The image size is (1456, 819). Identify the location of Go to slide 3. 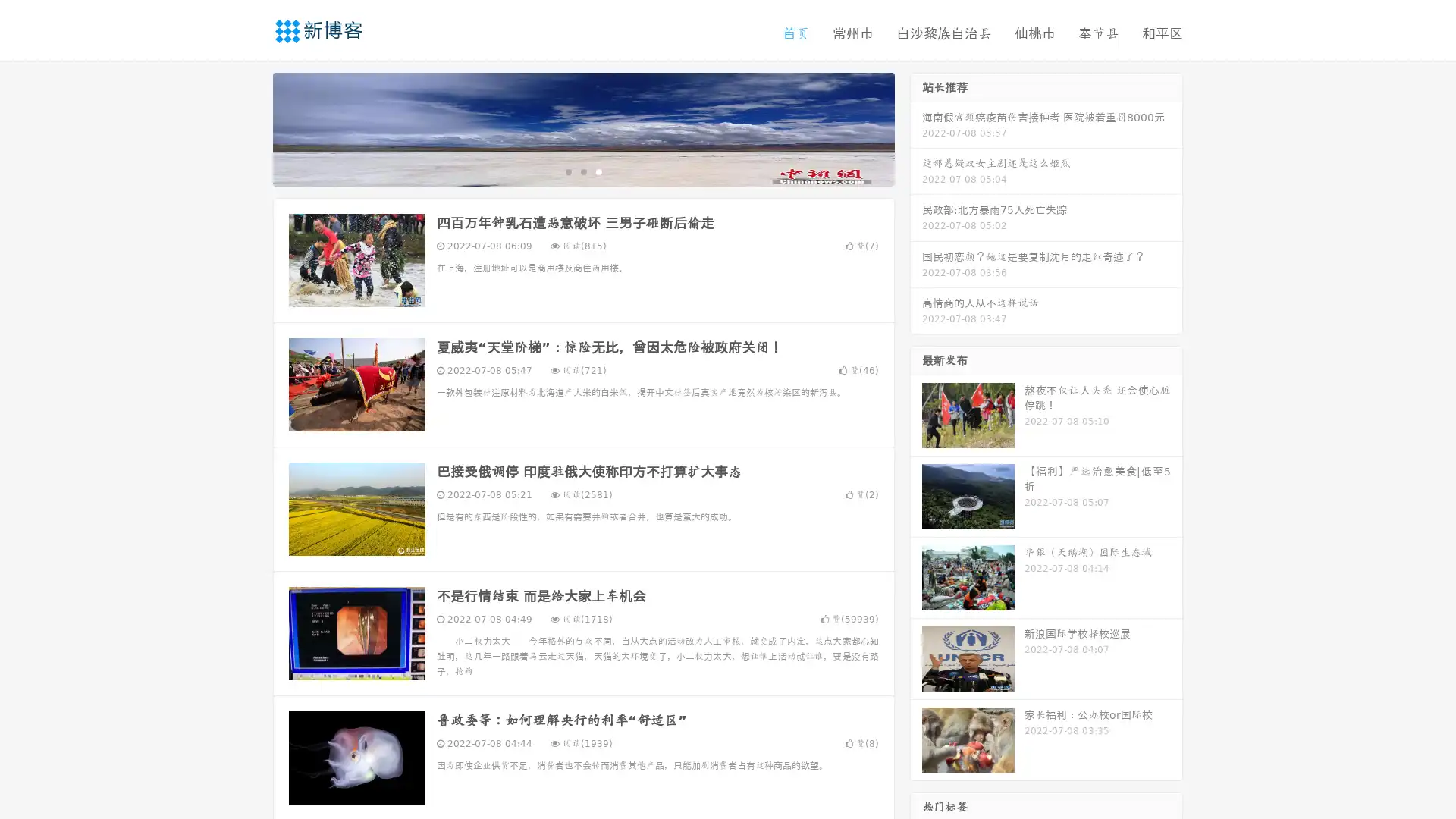
(598, 171).